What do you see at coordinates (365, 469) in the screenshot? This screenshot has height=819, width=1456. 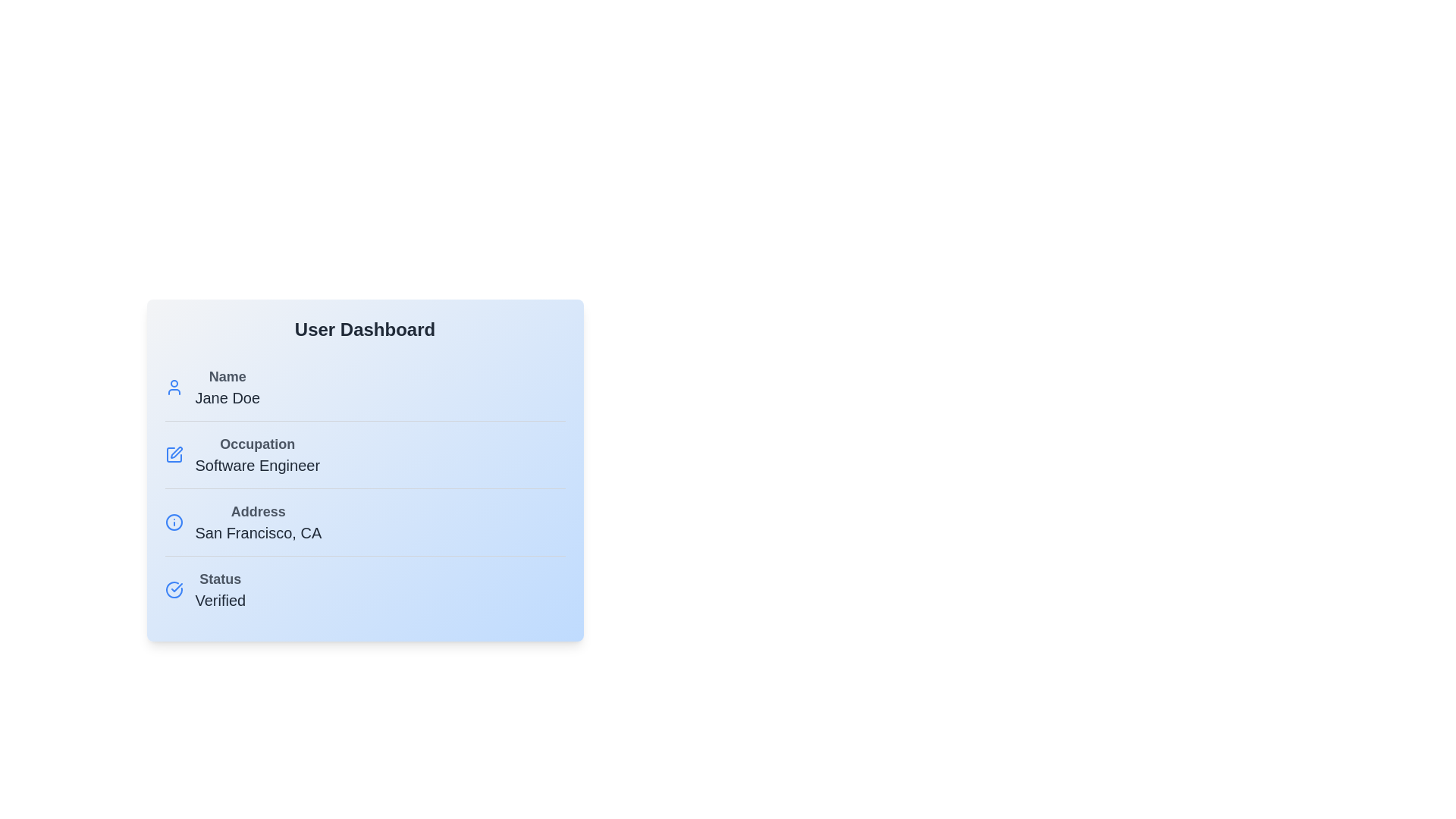 I see `inside the Informational Panel that displays user details such as name, occupation, address, and status` at bounding box center [365, 469].